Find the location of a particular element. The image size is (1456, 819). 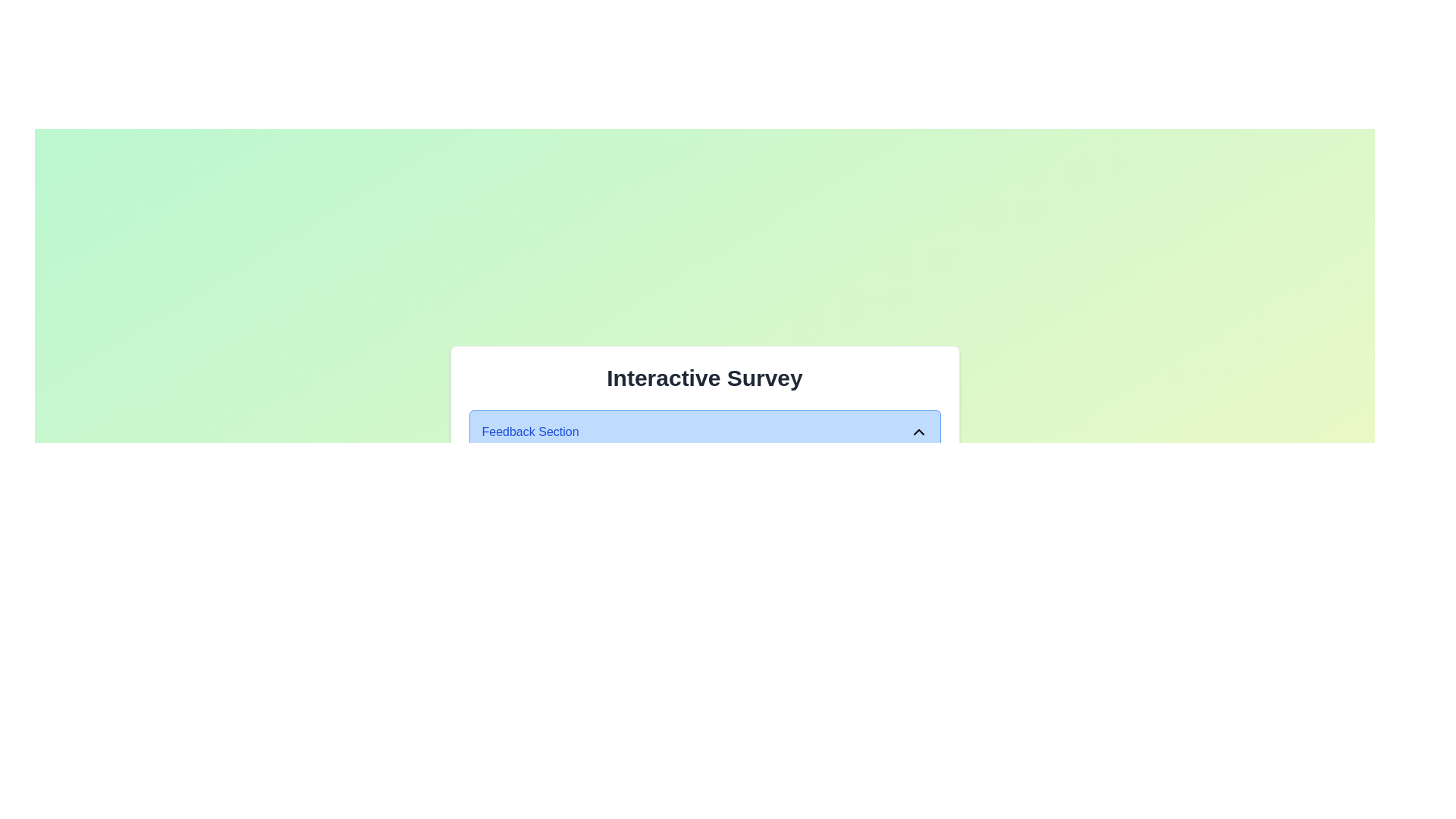

the chevron icon at the top-right corner of the 'Feedback Section' is located at coordinates (918, 431).